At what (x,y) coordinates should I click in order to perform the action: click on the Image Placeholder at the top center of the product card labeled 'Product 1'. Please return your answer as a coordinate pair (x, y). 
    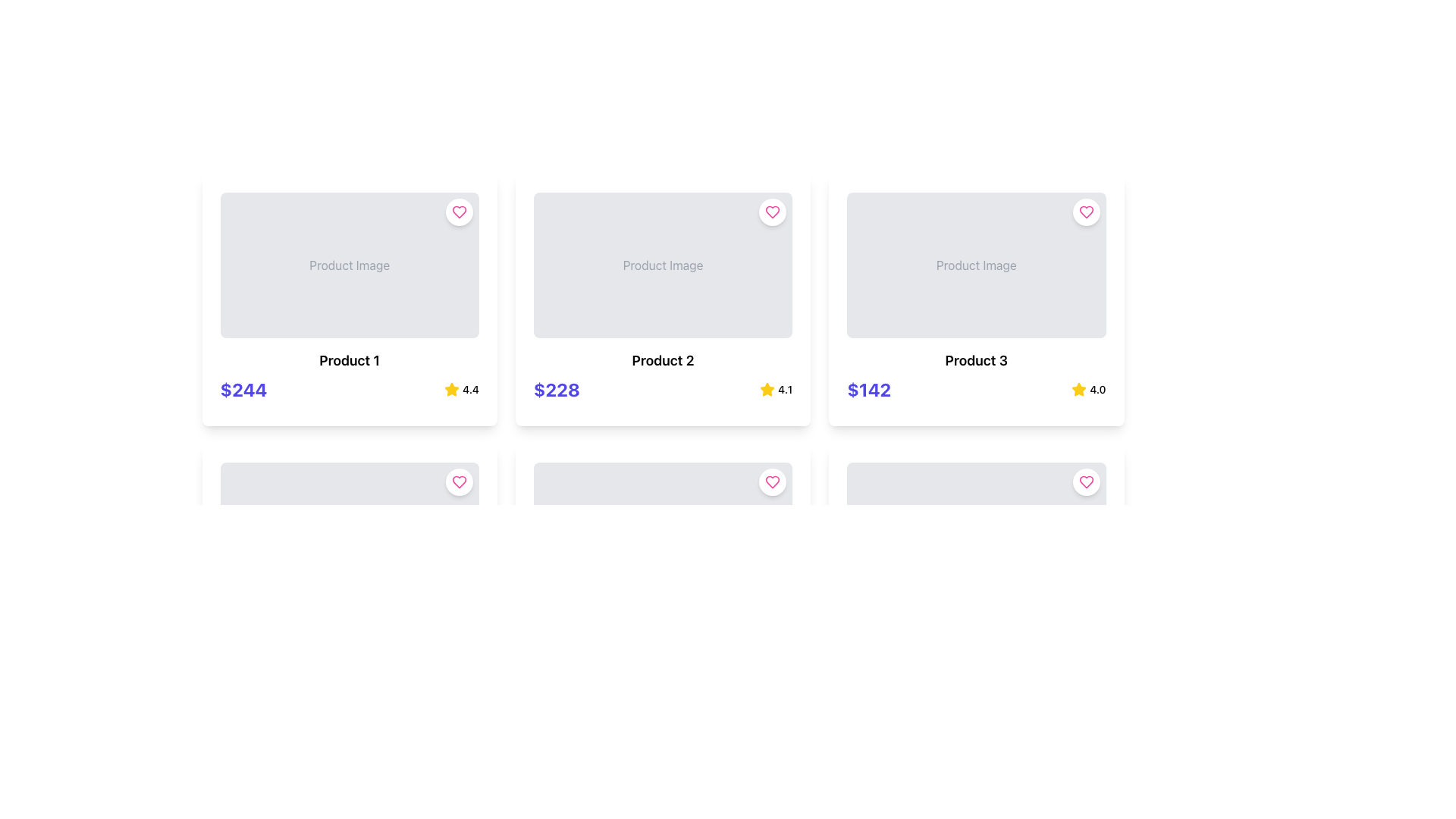
    Looking at the image, I should click on (349, 265).